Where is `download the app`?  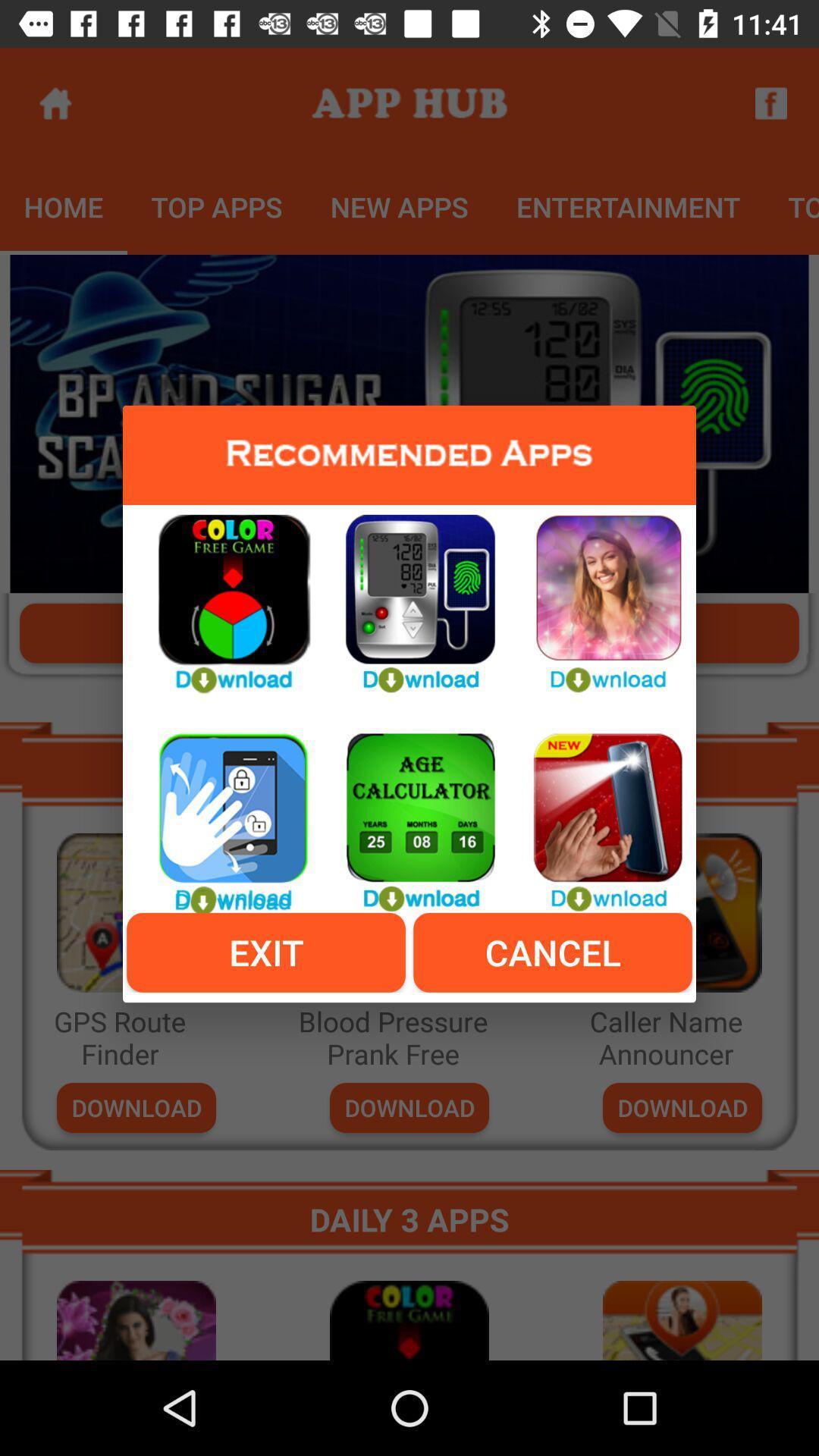 download the app is located at coordinates (409, 594).